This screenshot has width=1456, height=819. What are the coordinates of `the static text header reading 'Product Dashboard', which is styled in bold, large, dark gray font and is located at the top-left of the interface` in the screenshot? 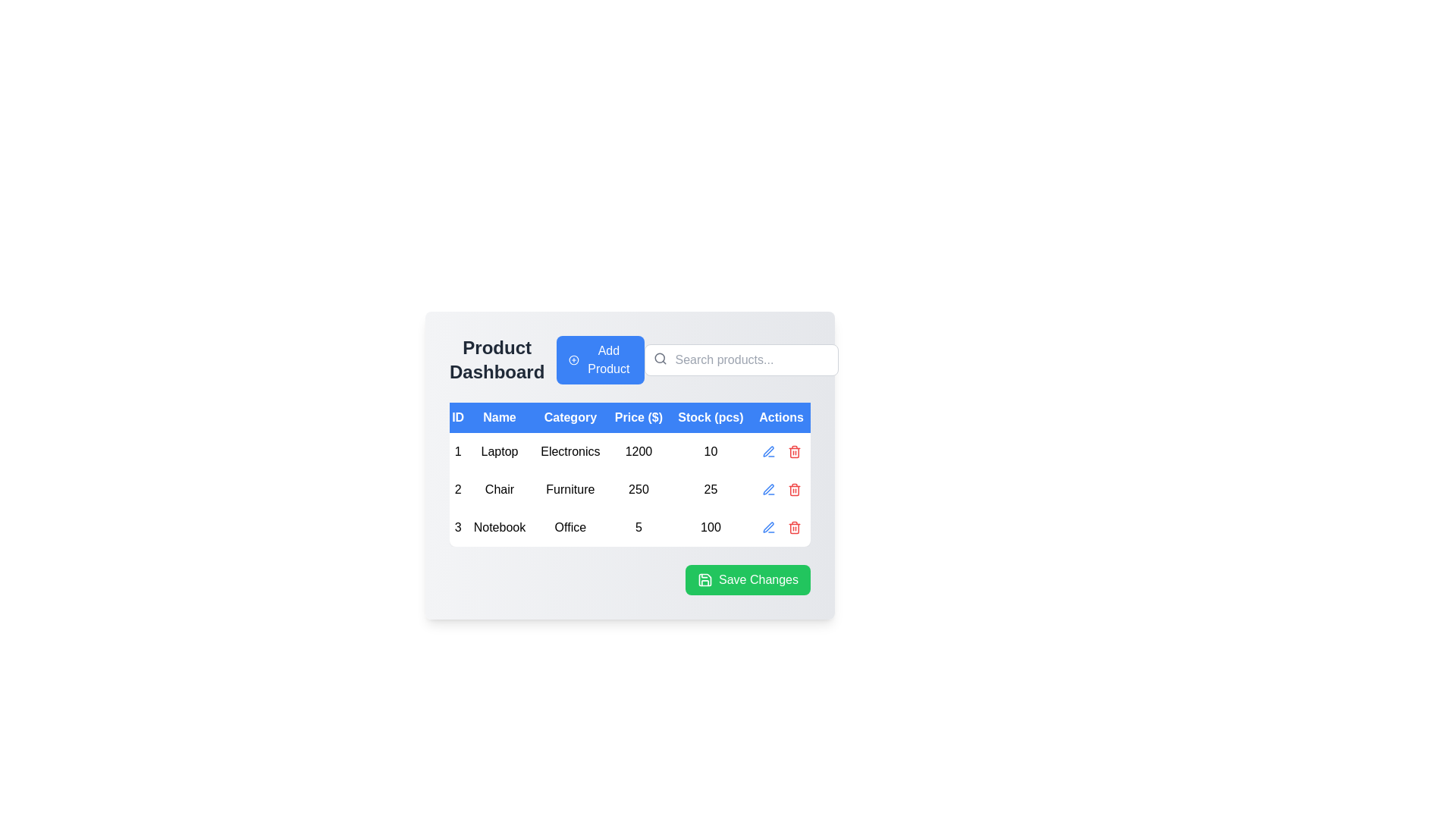 It's located at (497, 359).